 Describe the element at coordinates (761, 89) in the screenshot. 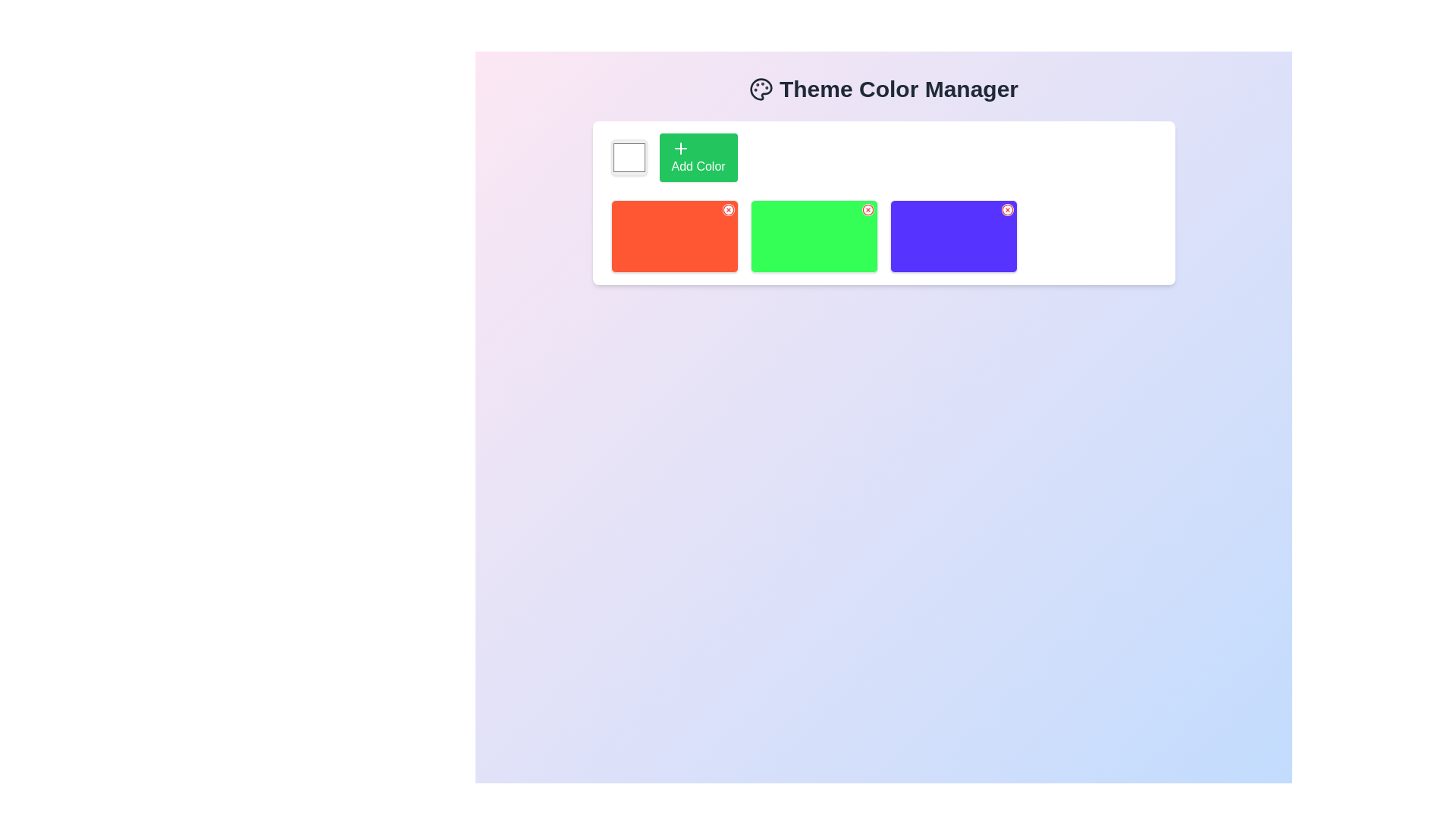

I see `the decorative icon representing the theme management aspect of the interface, located above the main components near the title 'Theme Color Manager'` at that location.